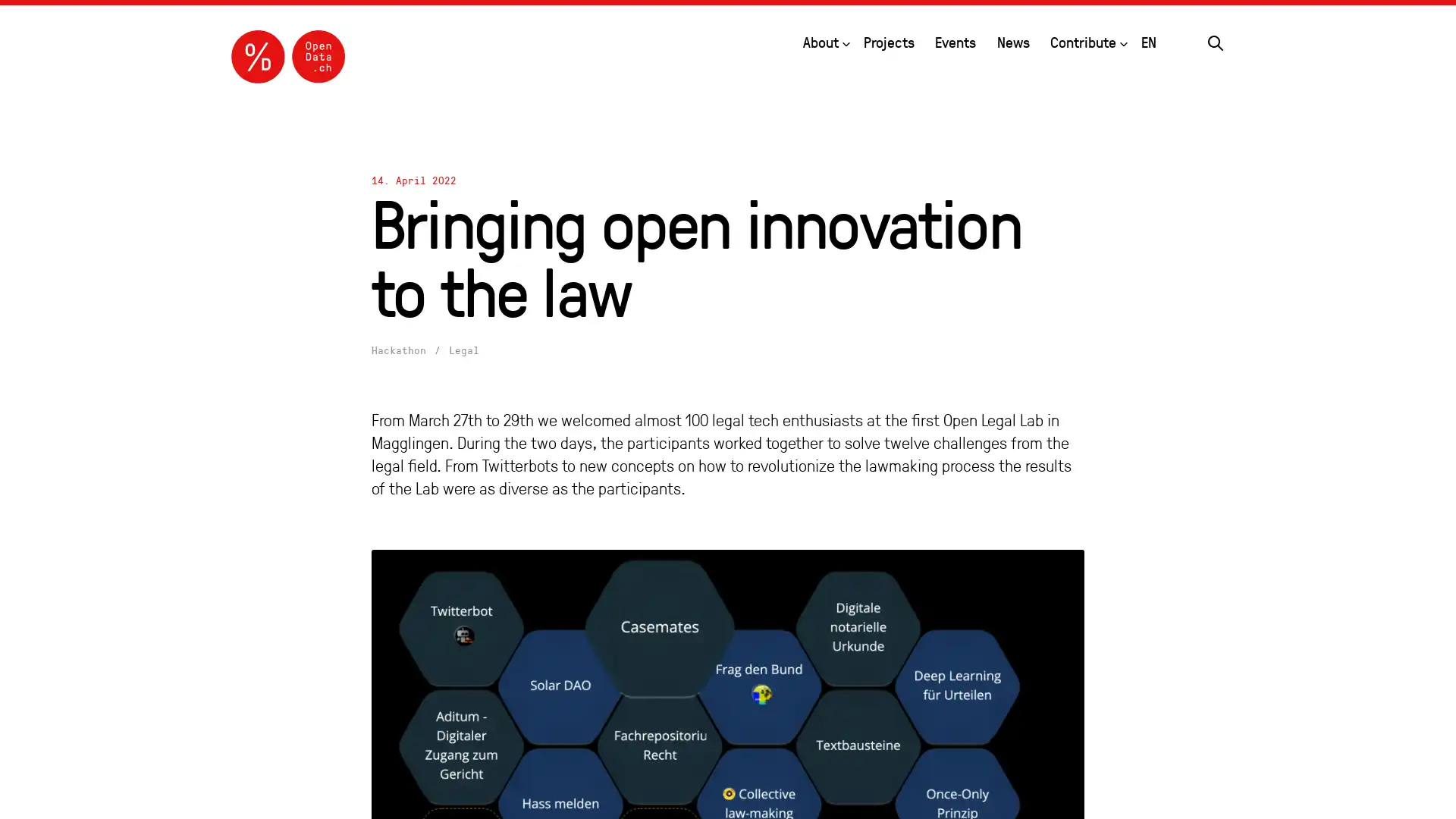 The image size is (1456, 819). What do you see at coordinates (1124, 40) in the screenshot?
I see `Open` at bounding box center [1124, 40].